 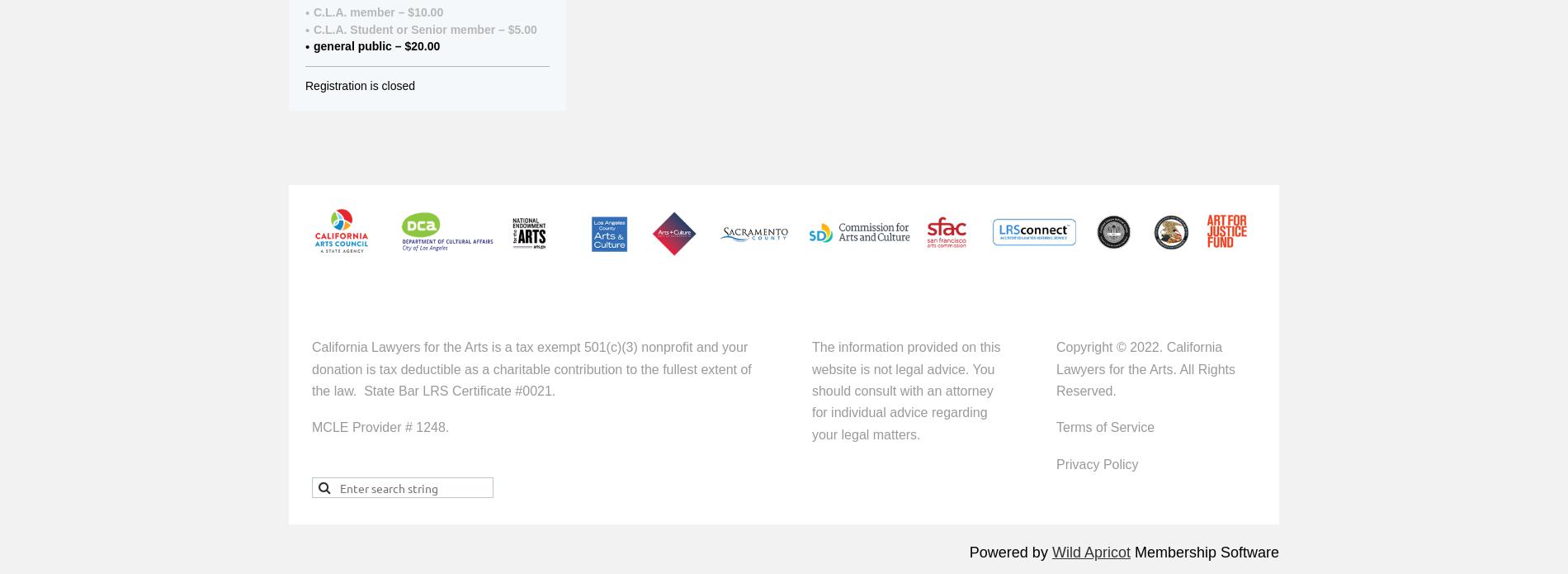 I want to click on 'Terms of Service', so click(x=1104, y=426).